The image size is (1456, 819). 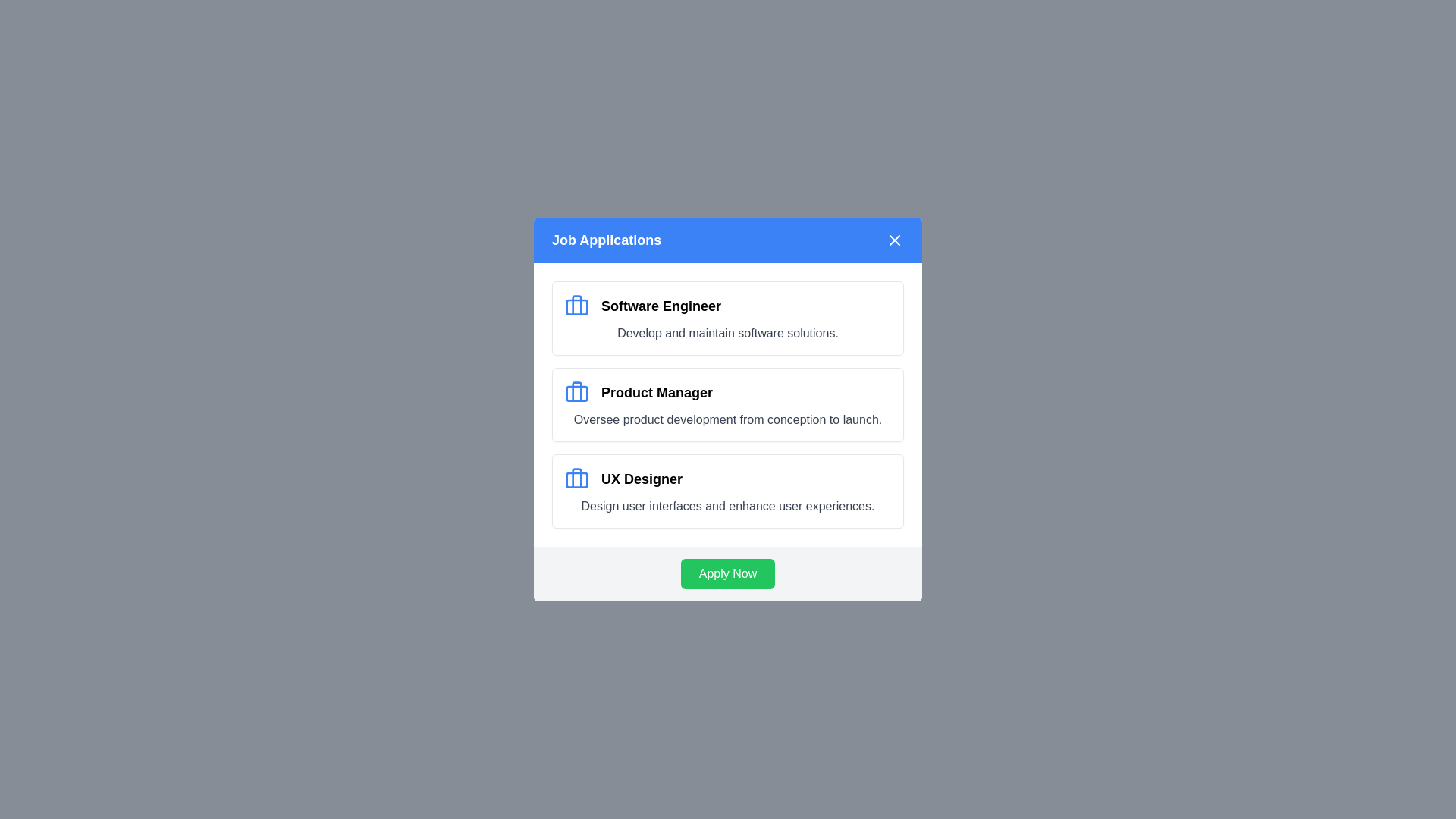 What do you see at coordinates (728, 318) in the screenshot?
I see `the job posting card for the Software Engineer position located in the Job Applications section by` at bounding box center [728, 318].